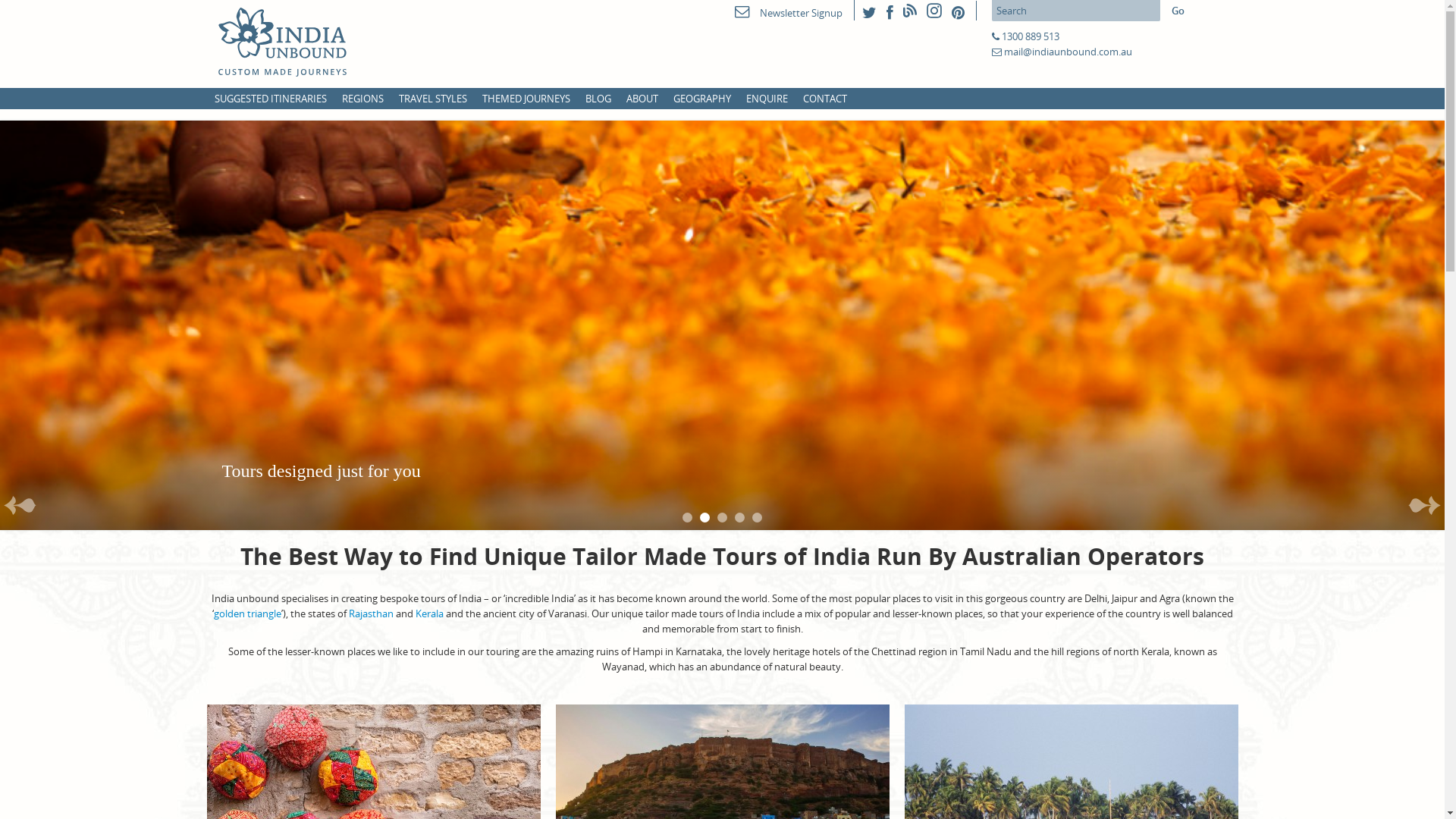  I want to click on 'golden triangle', so click(213, 613).